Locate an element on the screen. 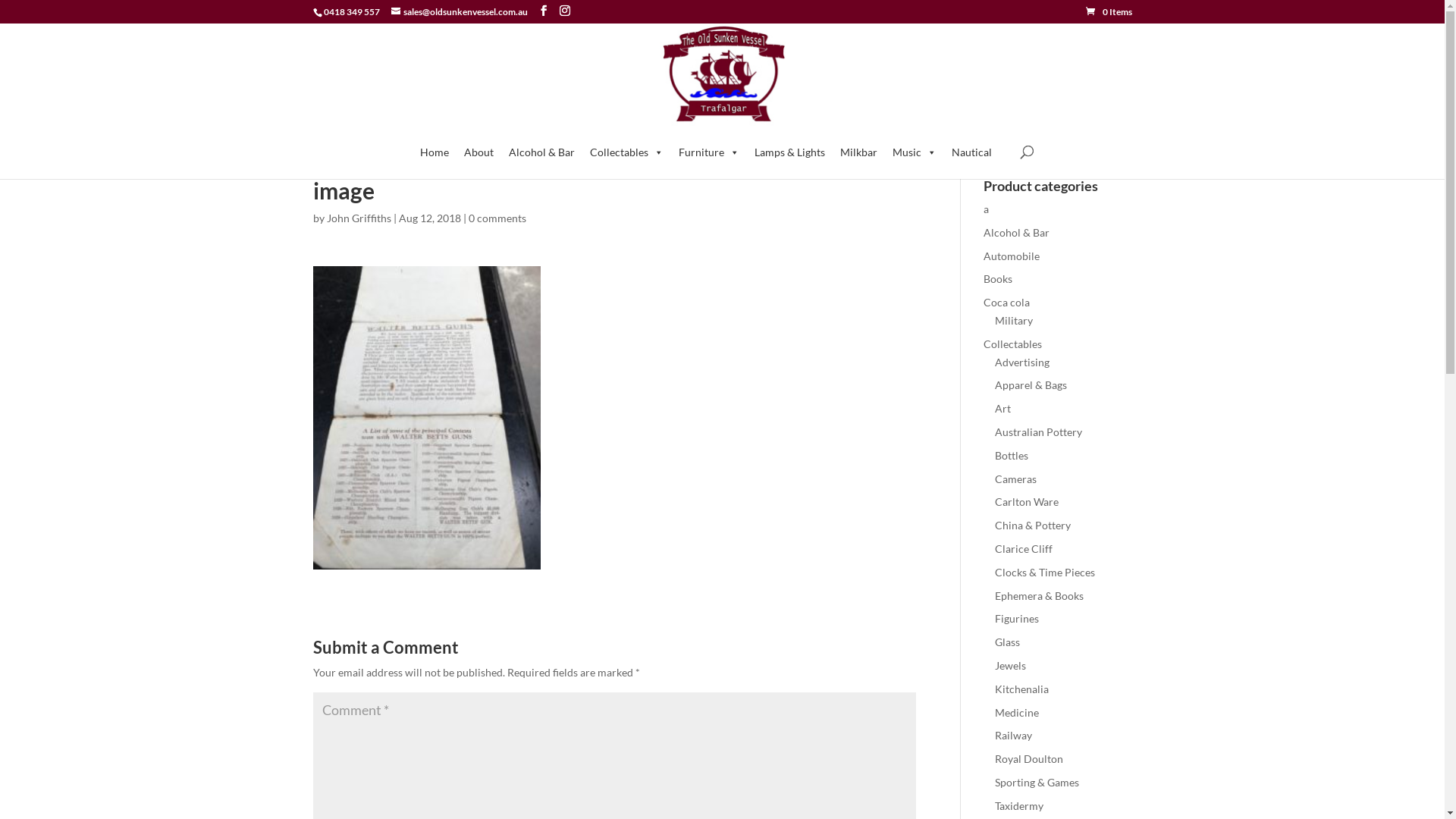 This screenshot has width=1456, height=819. 'Coca cola' is located at coordinates (983, 302).